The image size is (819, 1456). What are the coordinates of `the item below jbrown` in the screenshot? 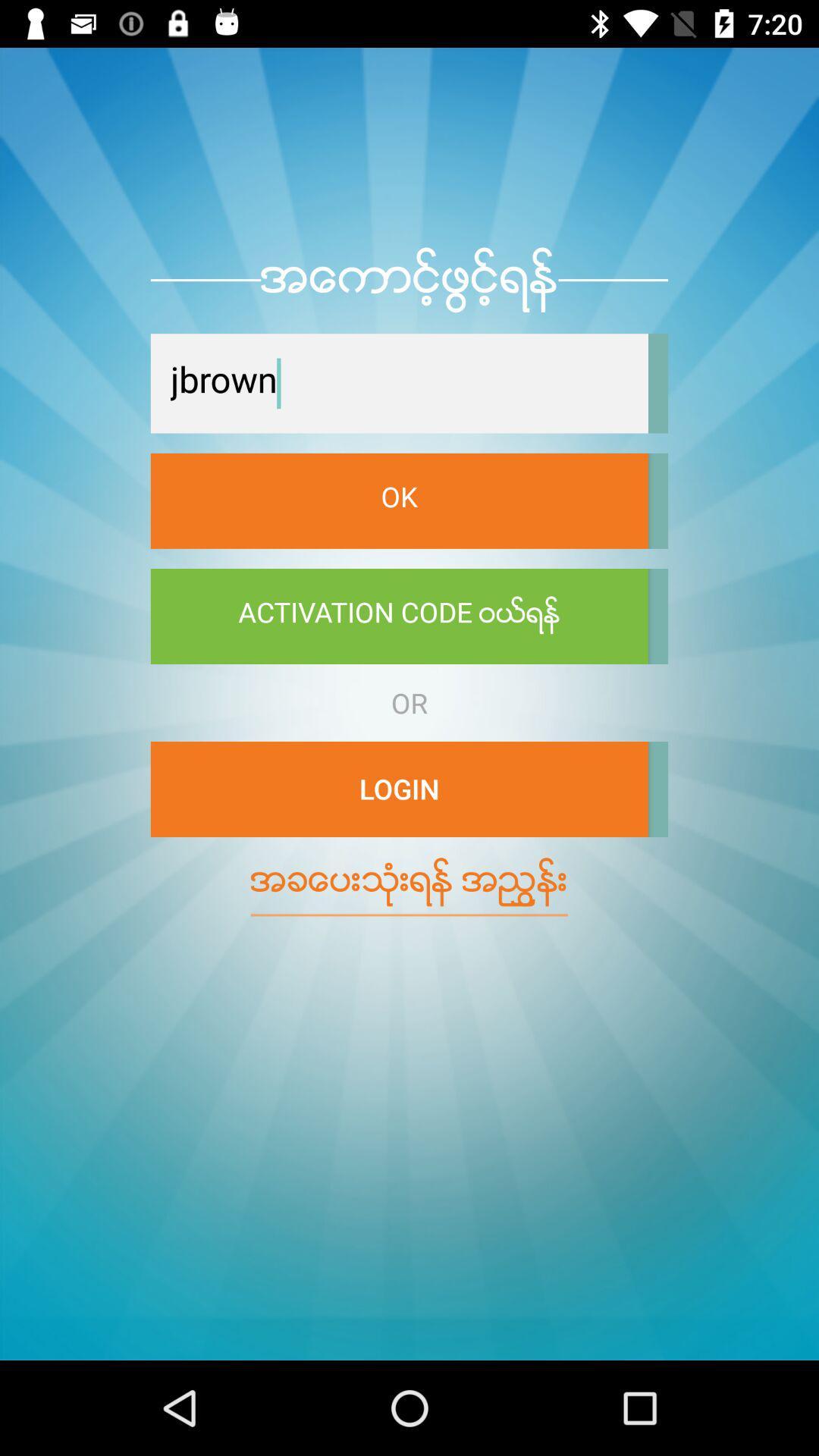 It's located at (398, 500).